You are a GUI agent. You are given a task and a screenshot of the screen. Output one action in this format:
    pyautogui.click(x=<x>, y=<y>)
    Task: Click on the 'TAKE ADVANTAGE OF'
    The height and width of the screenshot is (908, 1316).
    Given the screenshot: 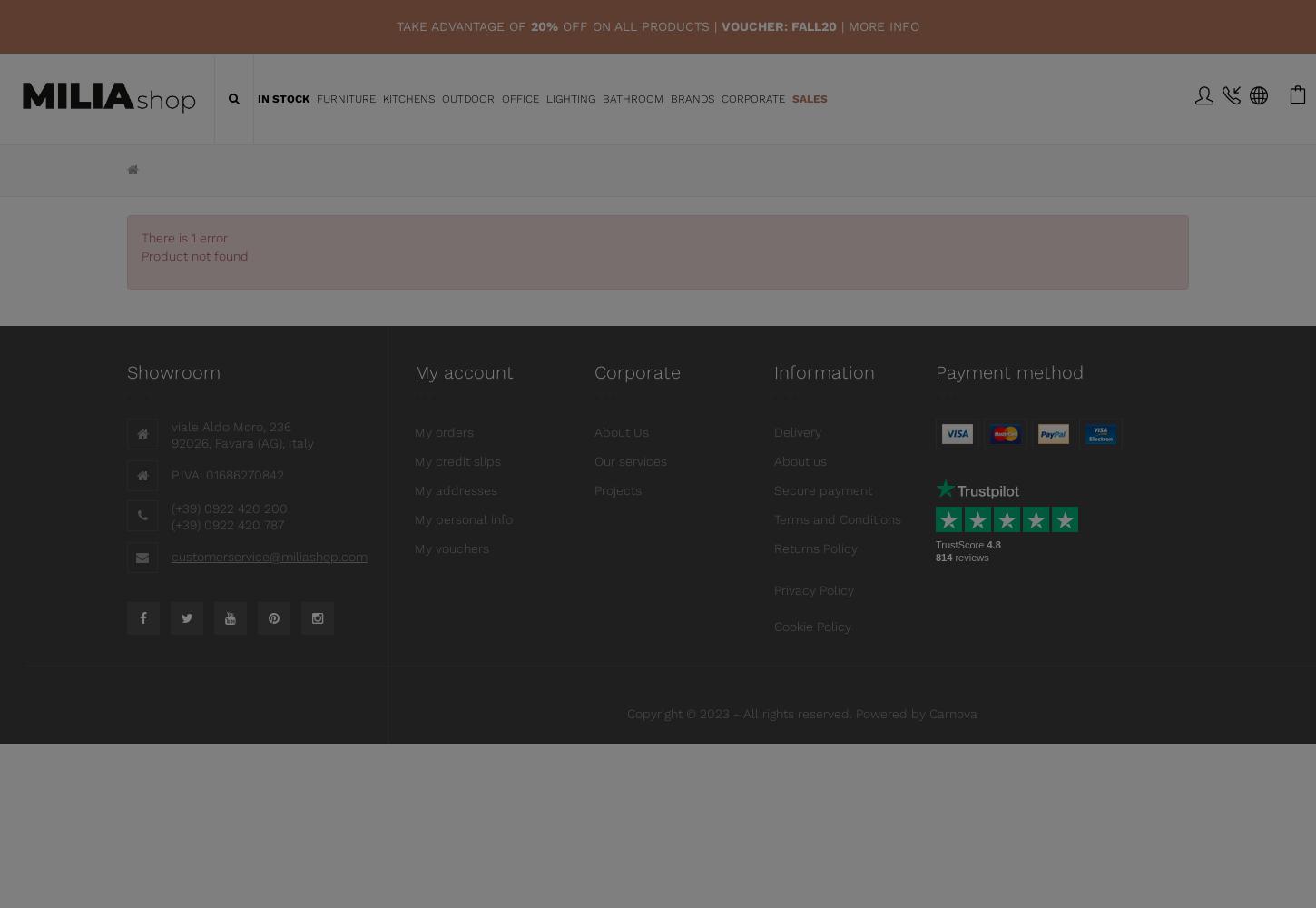 What is the action you would take?
    pyautogui.click(x=463, y=26)
    